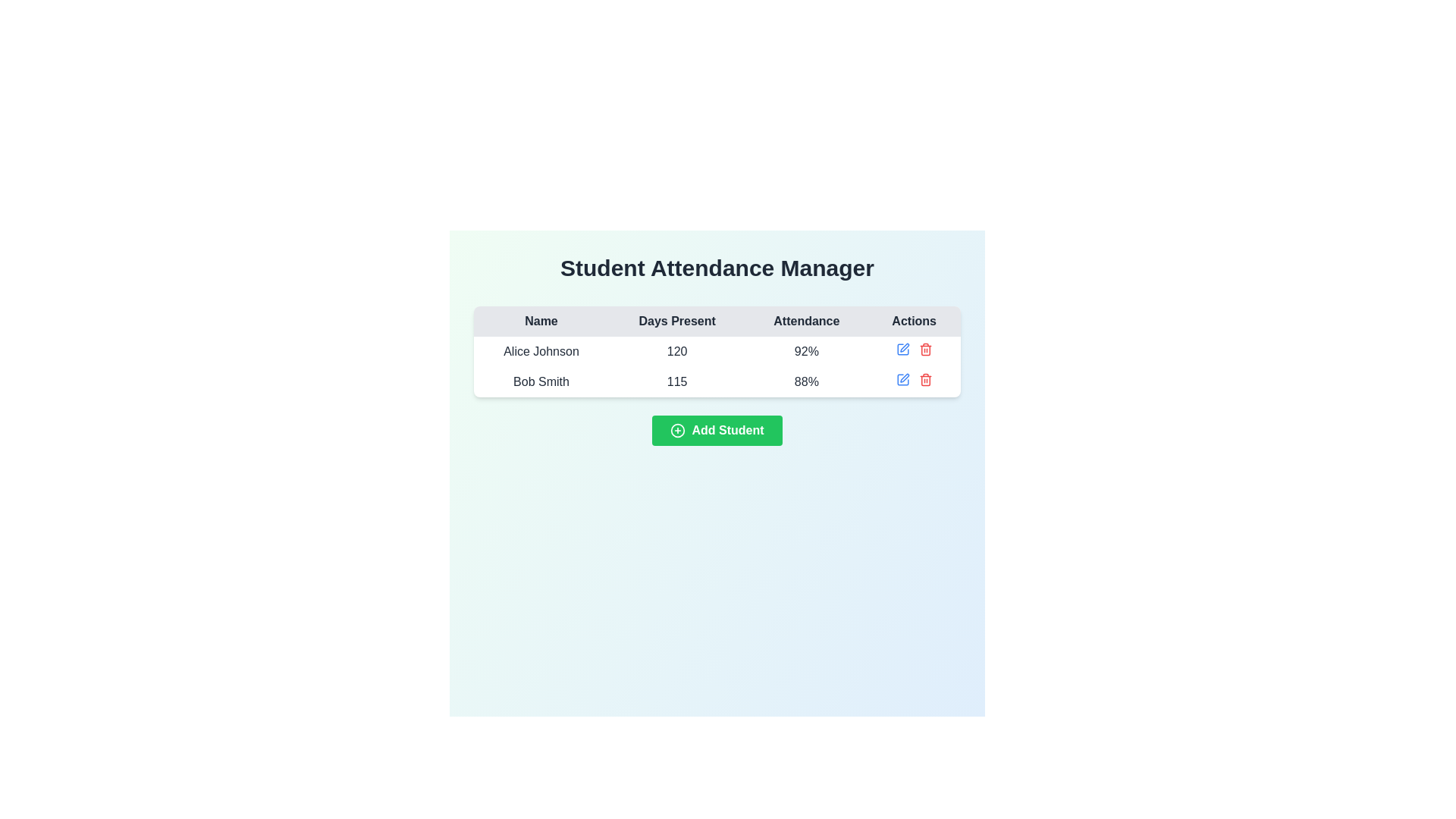  What do you see at coordinates (913, 321) in the screenshot?
I see `the 'Actions' header in the table, which is the fourth header aligned to the right of 'Name', 'Days Present', and 'Attendance'` at bounding box center [913, 321].